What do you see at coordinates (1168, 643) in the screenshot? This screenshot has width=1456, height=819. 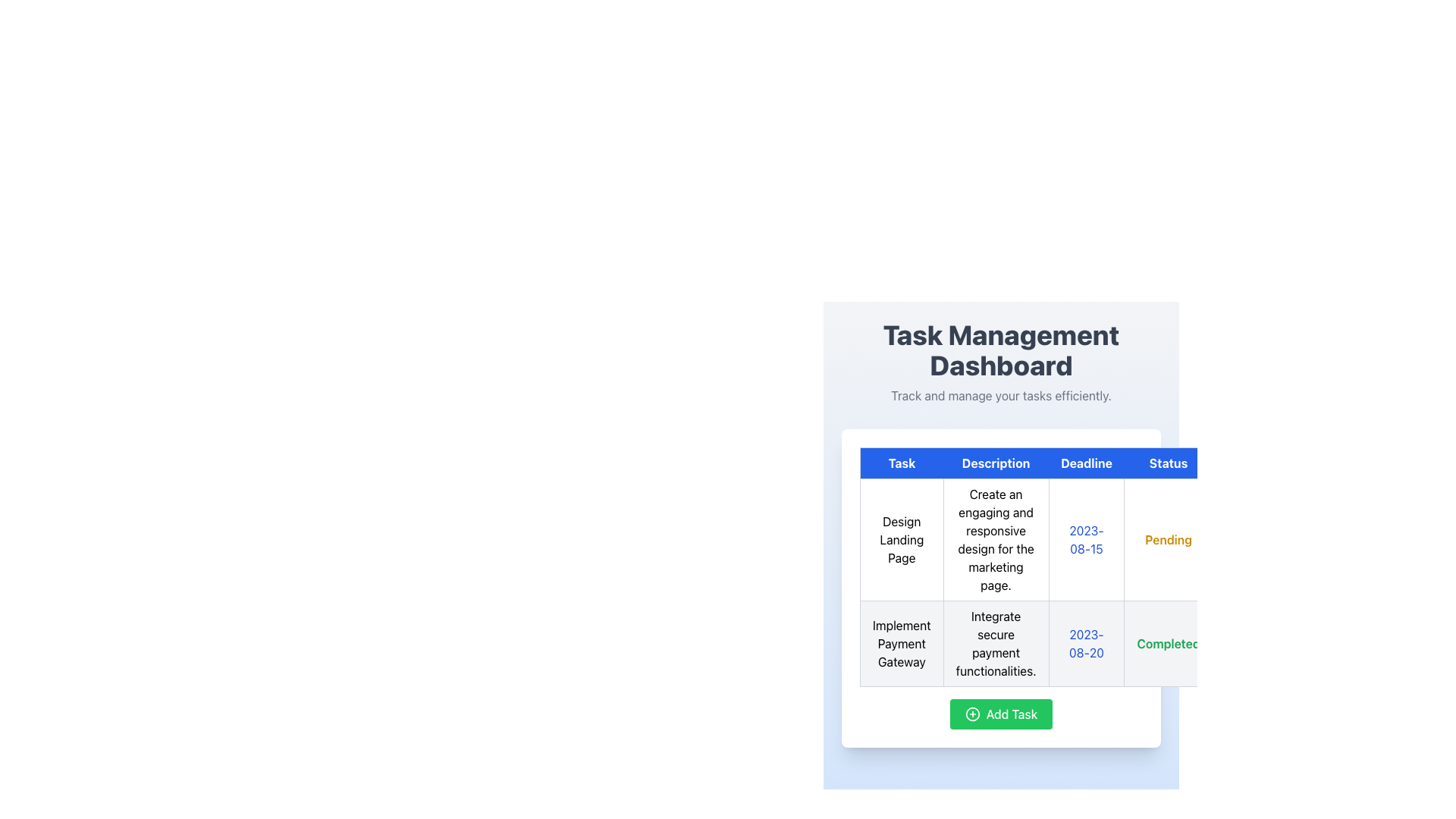 I see `the text label displaying 'Completed' in the 'Status' column of the task management table` at bounding box center [1168, 643].